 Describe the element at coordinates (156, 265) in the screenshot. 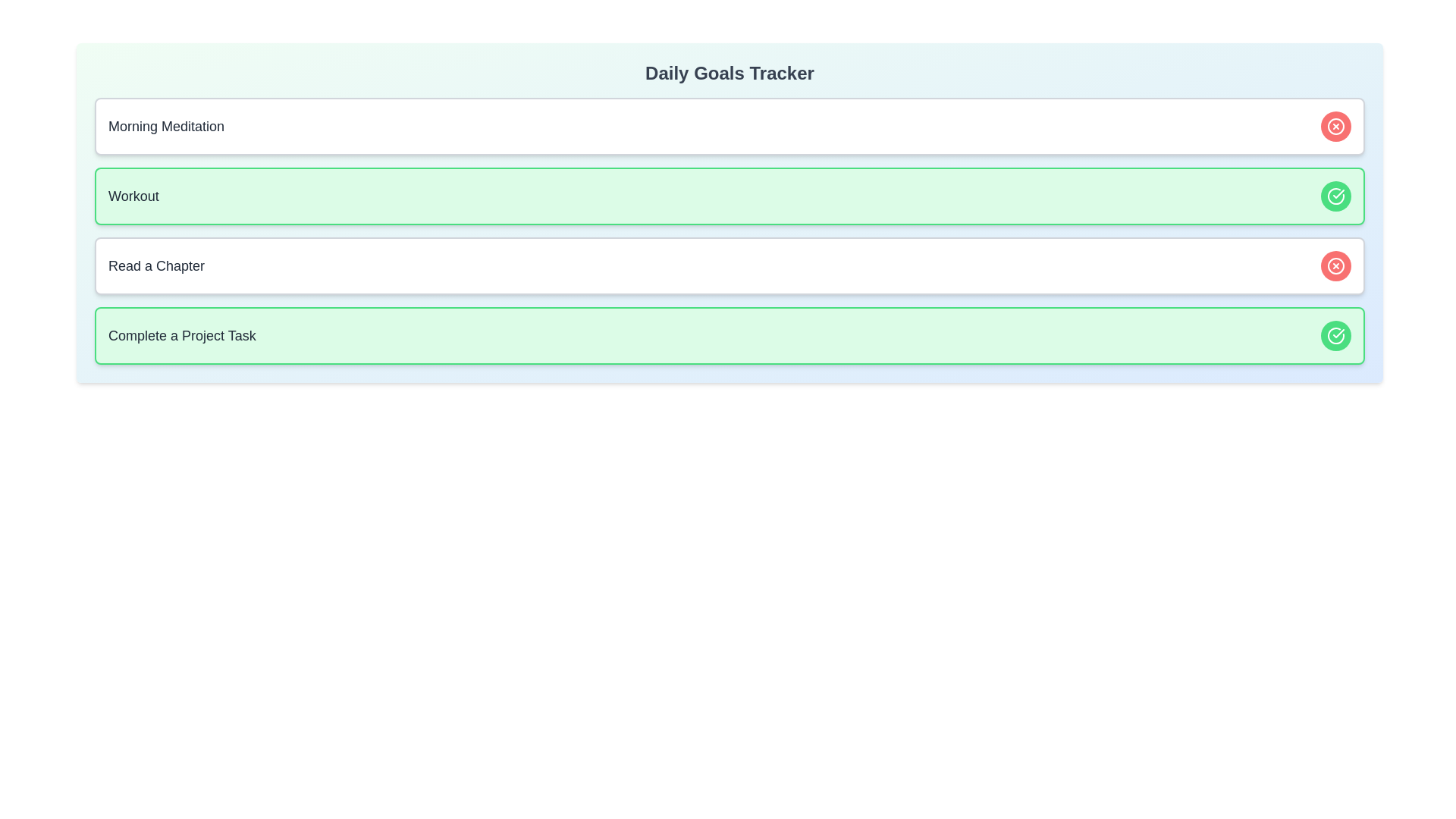

I see `the content of the goal titled Read a Chapter` at that location.